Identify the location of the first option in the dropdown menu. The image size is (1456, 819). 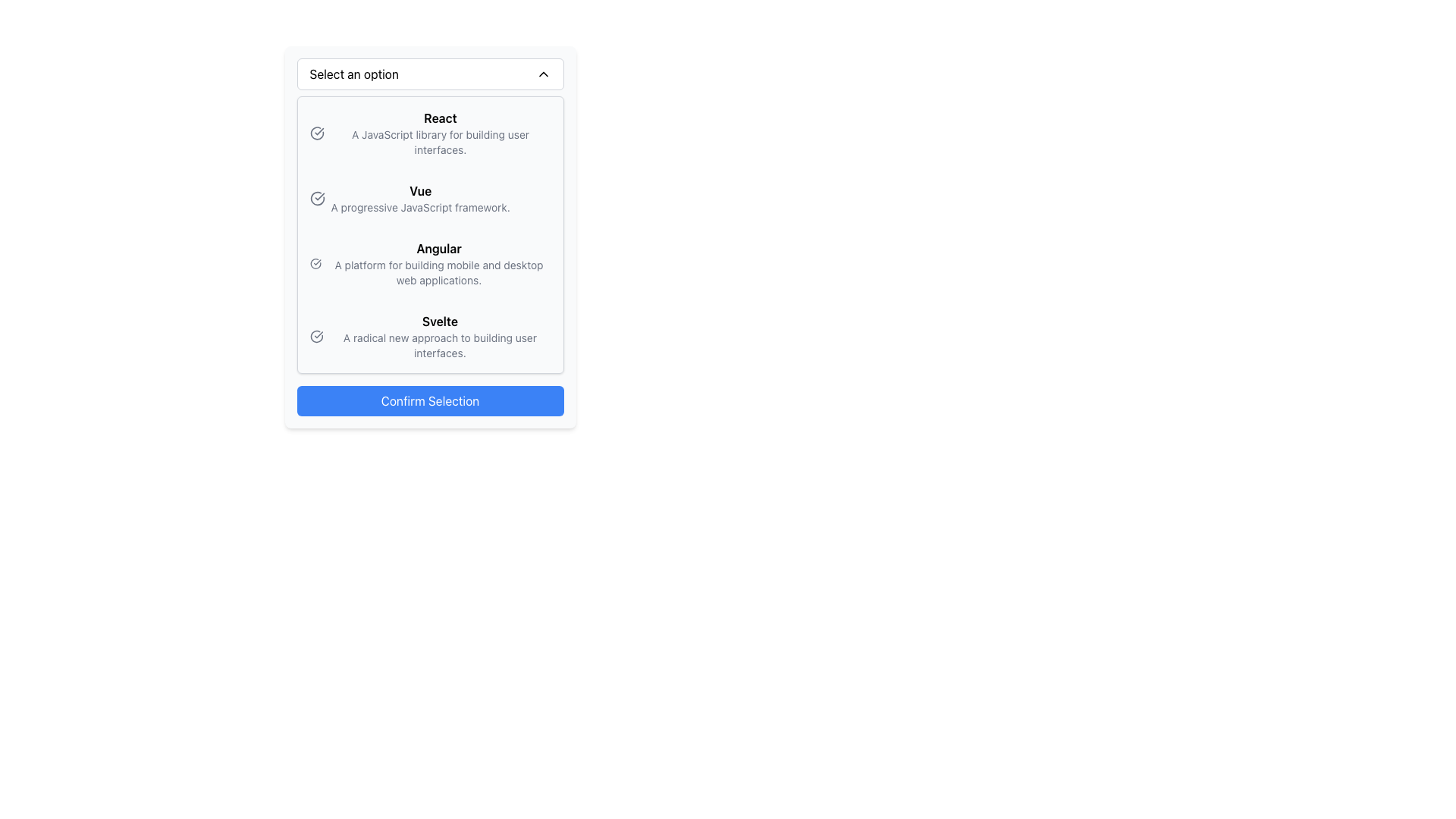
(429, 133).